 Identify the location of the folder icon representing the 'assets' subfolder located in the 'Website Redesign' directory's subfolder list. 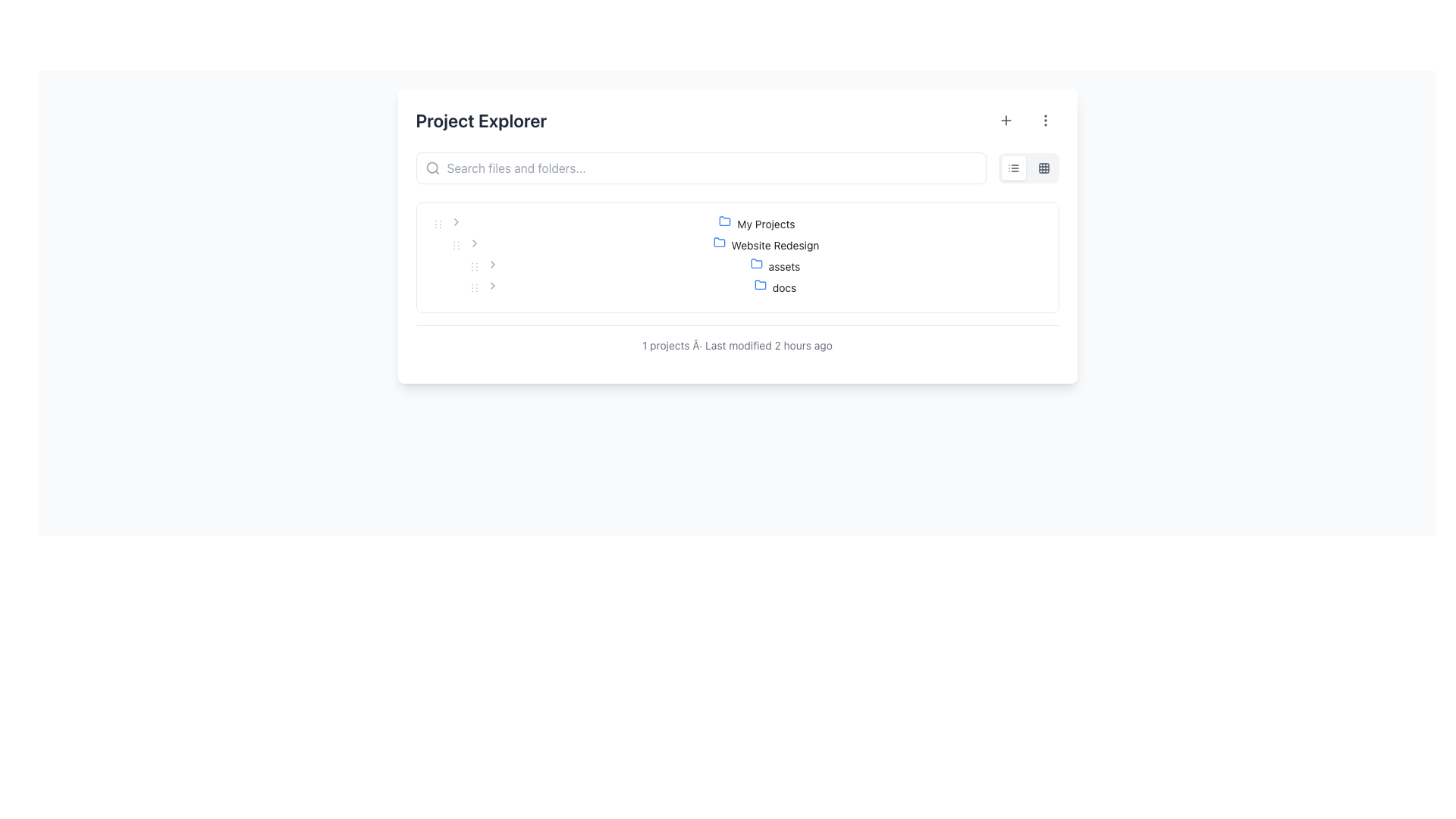
(756, 262).